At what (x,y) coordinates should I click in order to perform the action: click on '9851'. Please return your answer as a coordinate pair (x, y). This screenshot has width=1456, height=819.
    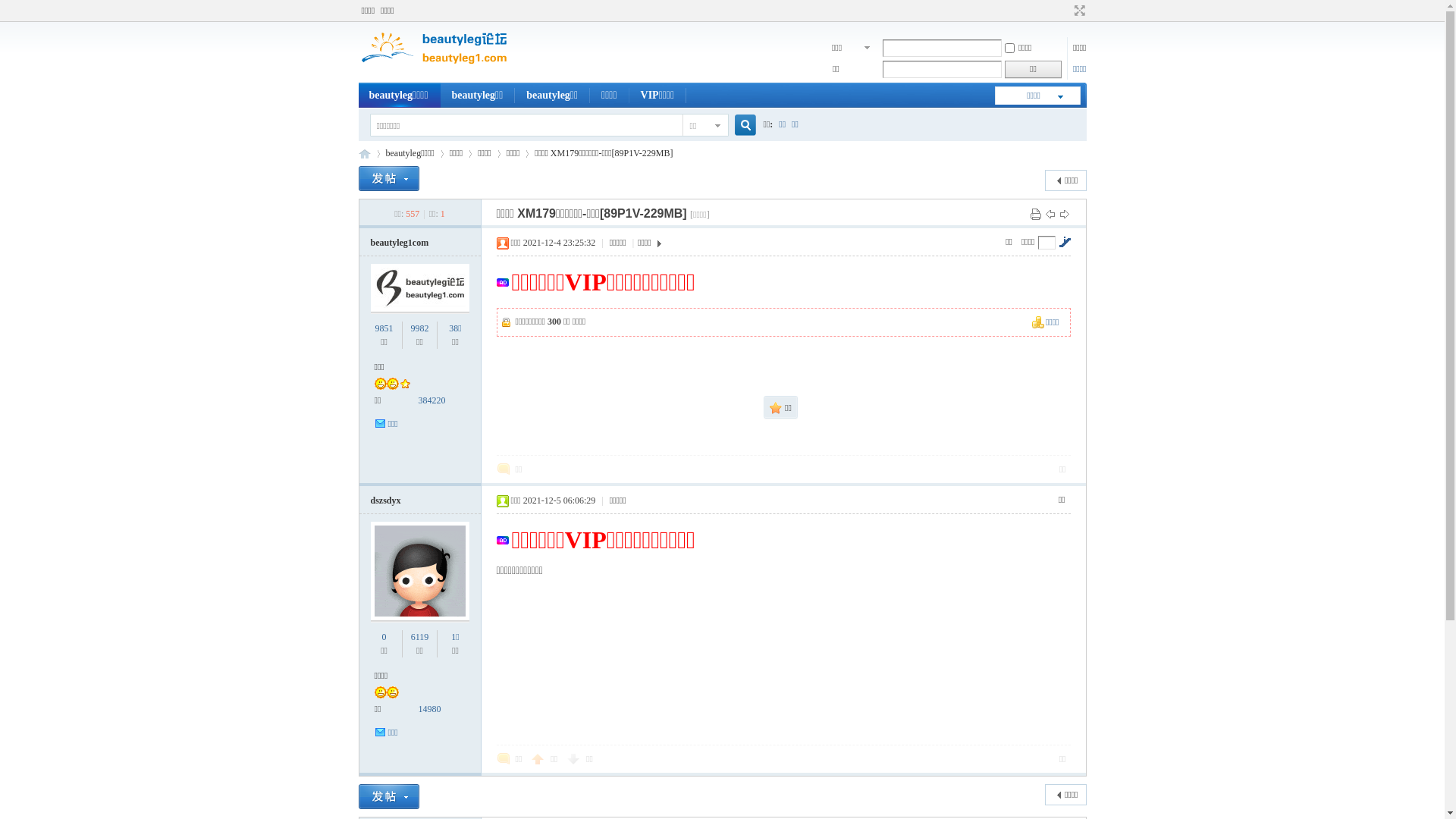
    Looking at the image, I should click on (375, 327).